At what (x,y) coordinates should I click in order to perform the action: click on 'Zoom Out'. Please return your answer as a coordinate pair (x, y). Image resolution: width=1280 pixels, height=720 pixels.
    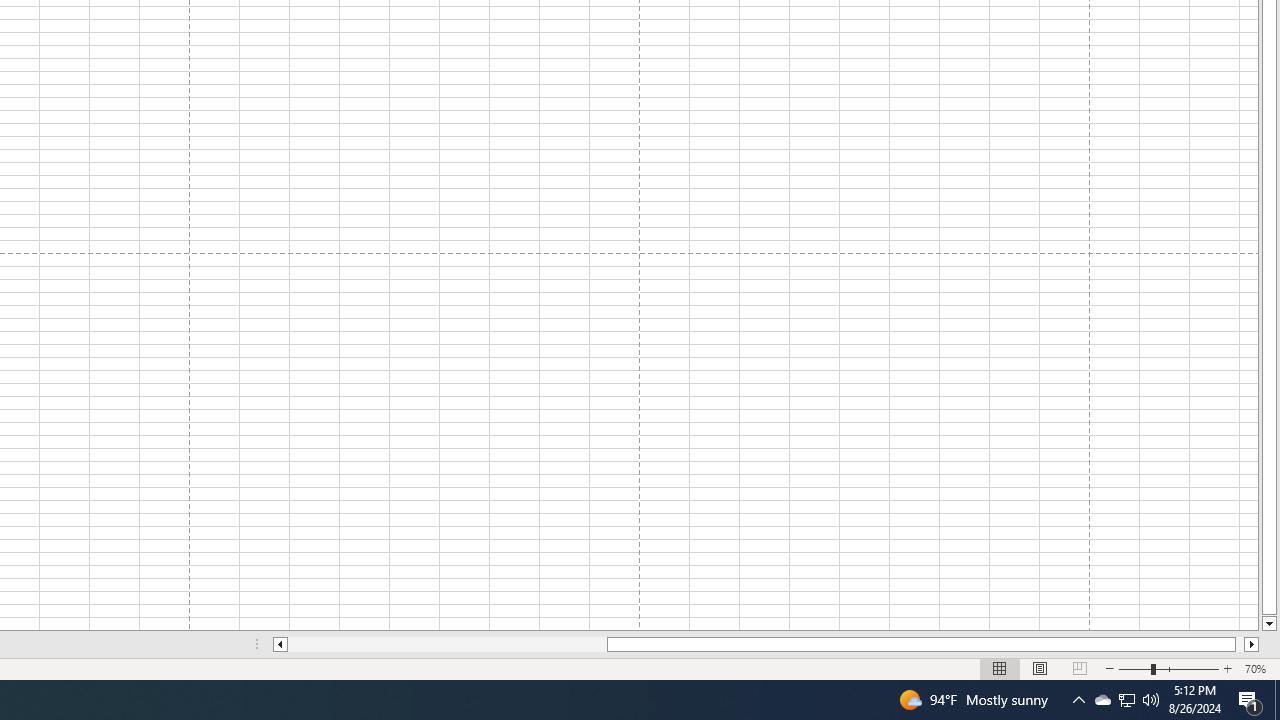
    Looking at the image, I should click on (1134, 669).